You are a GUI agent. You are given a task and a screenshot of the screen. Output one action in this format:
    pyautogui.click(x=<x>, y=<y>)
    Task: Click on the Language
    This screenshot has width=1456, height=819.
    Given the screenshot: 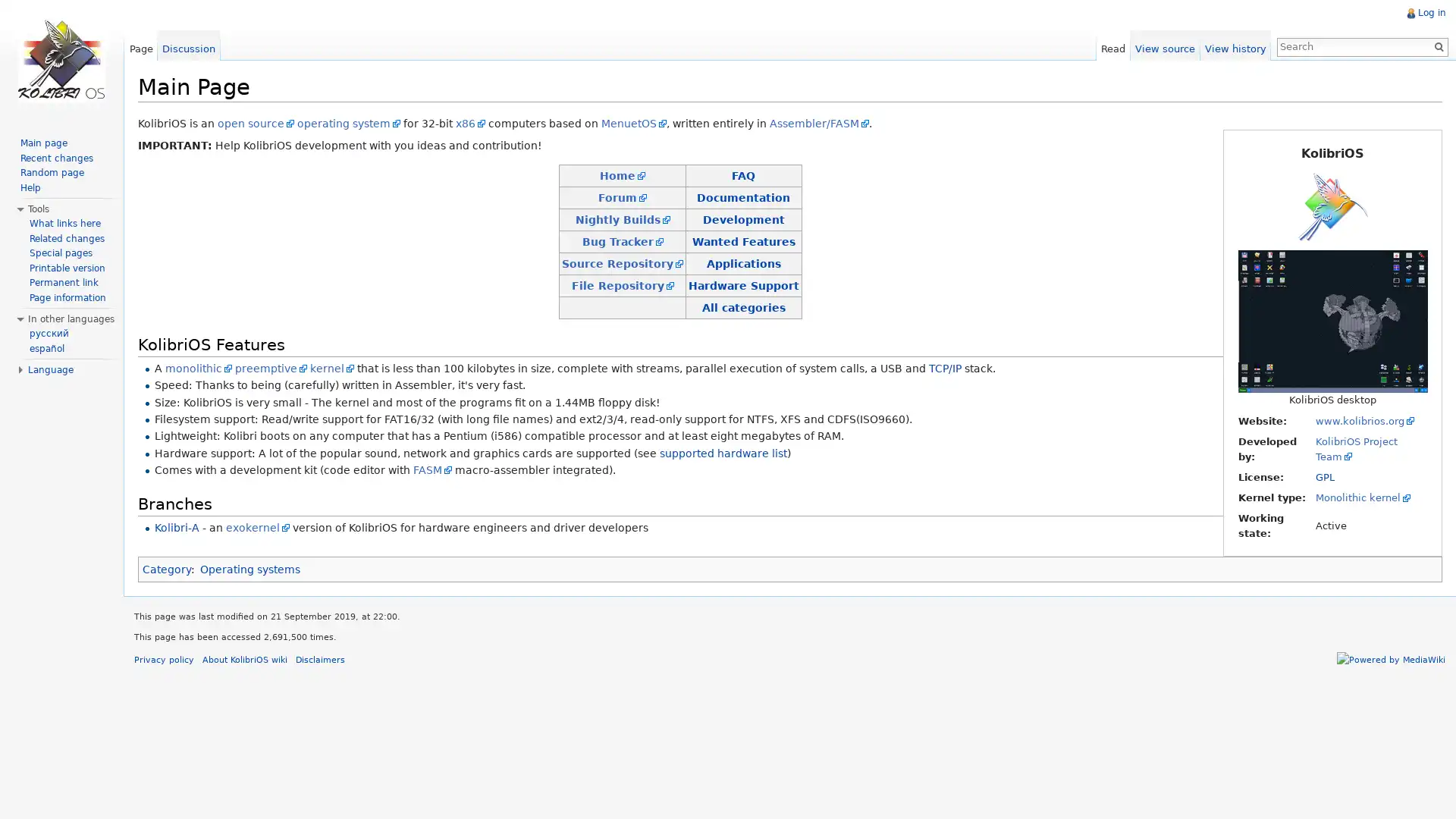 What is the action you would take?
    pyautogui.click(x=51, y=370)
    